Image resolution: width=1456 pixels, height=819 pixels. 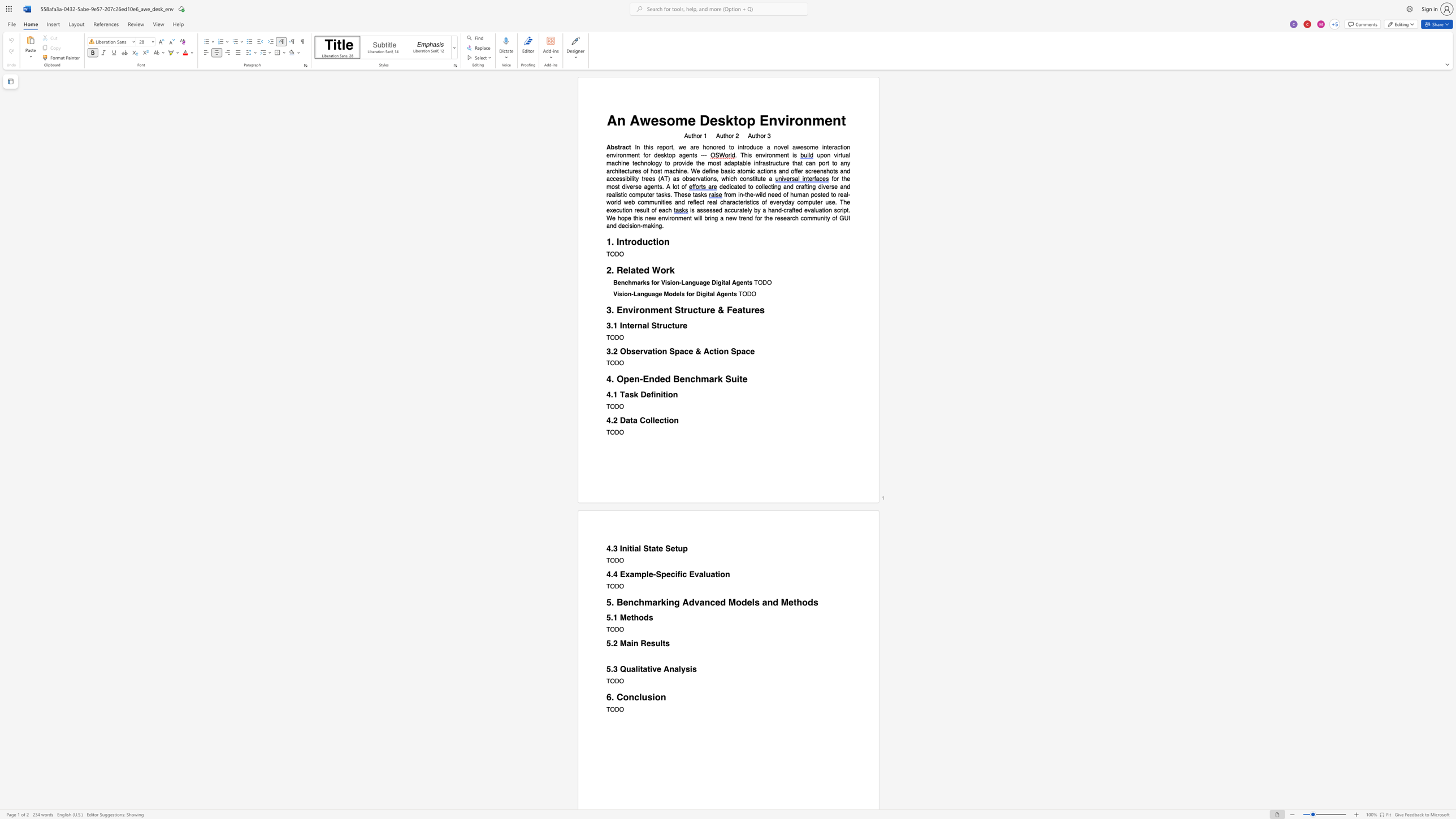 What do you see at coordinates (611, 194) in the screenshot?
I see `the subset text "alisti" within the text "dedicated to collecting and crafting diverse and realistic computer tasks. These tasks"` at bounding box center [611, 194].